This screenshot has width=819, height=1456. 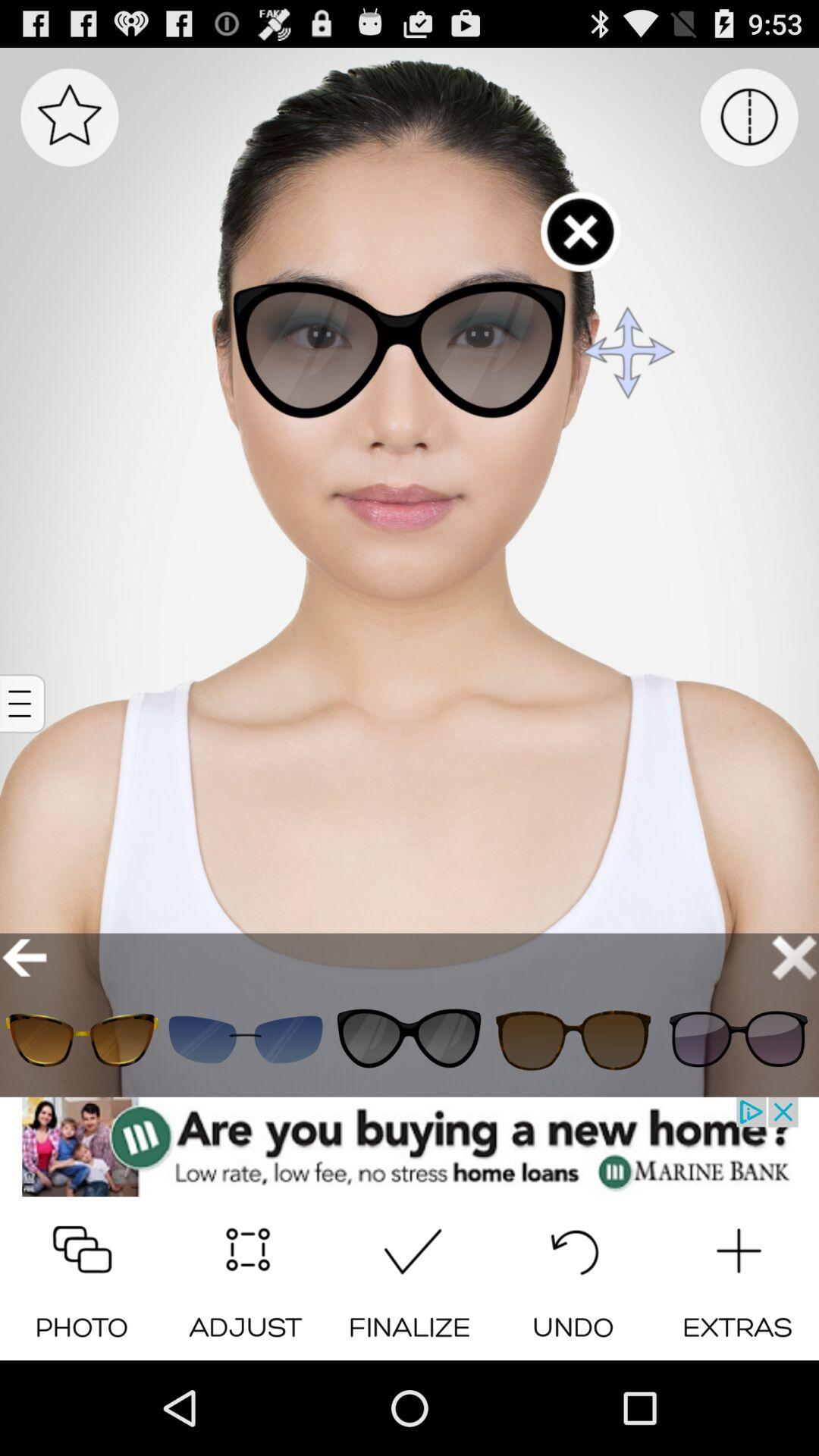 I want to click on fashion page, so click(x=736, y=1039).